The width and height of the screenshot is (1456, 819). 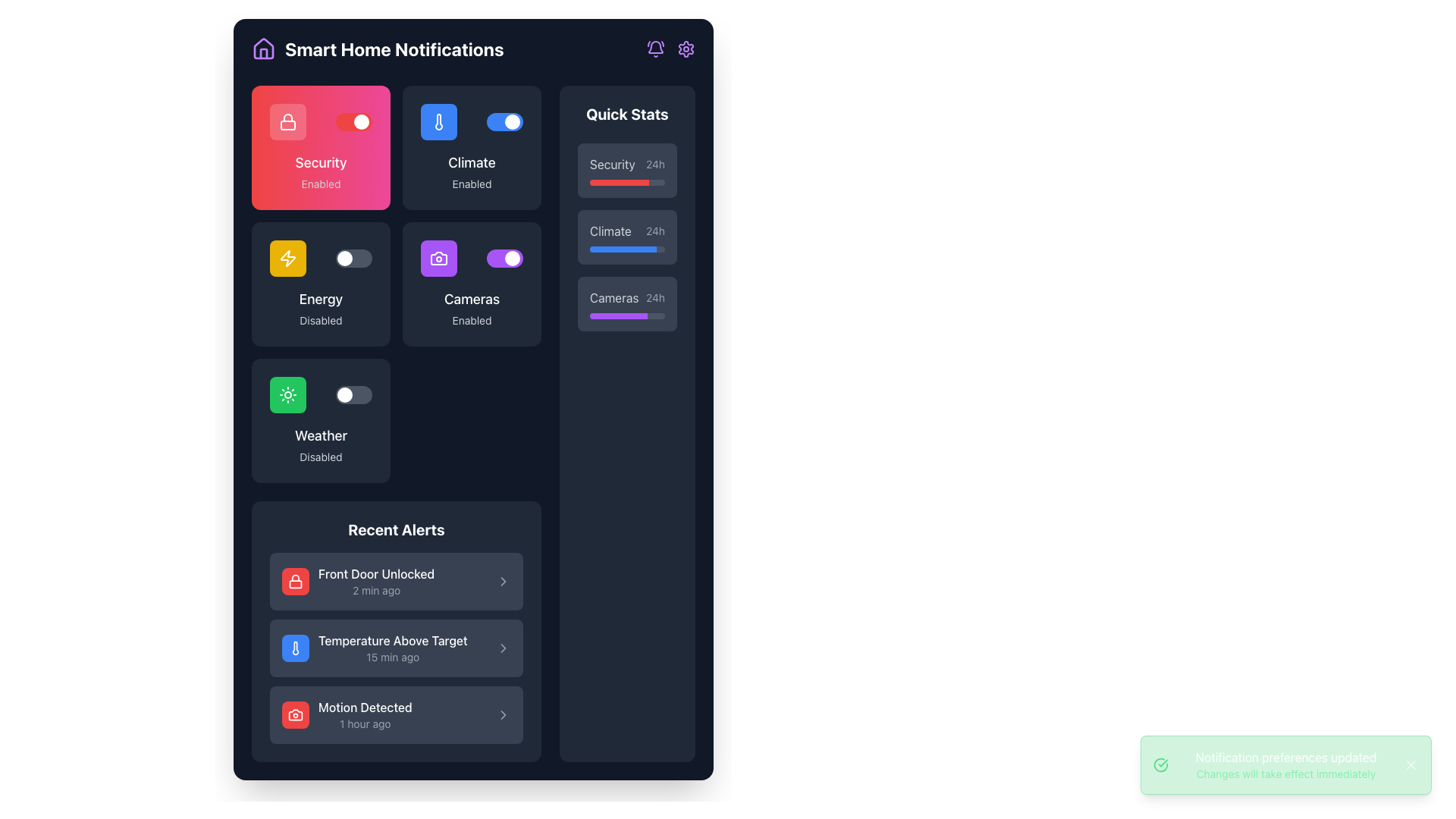 I want to click on the white lock icon within the rounded rectangle background in the 'Security' section, so click(x=287, y=121).